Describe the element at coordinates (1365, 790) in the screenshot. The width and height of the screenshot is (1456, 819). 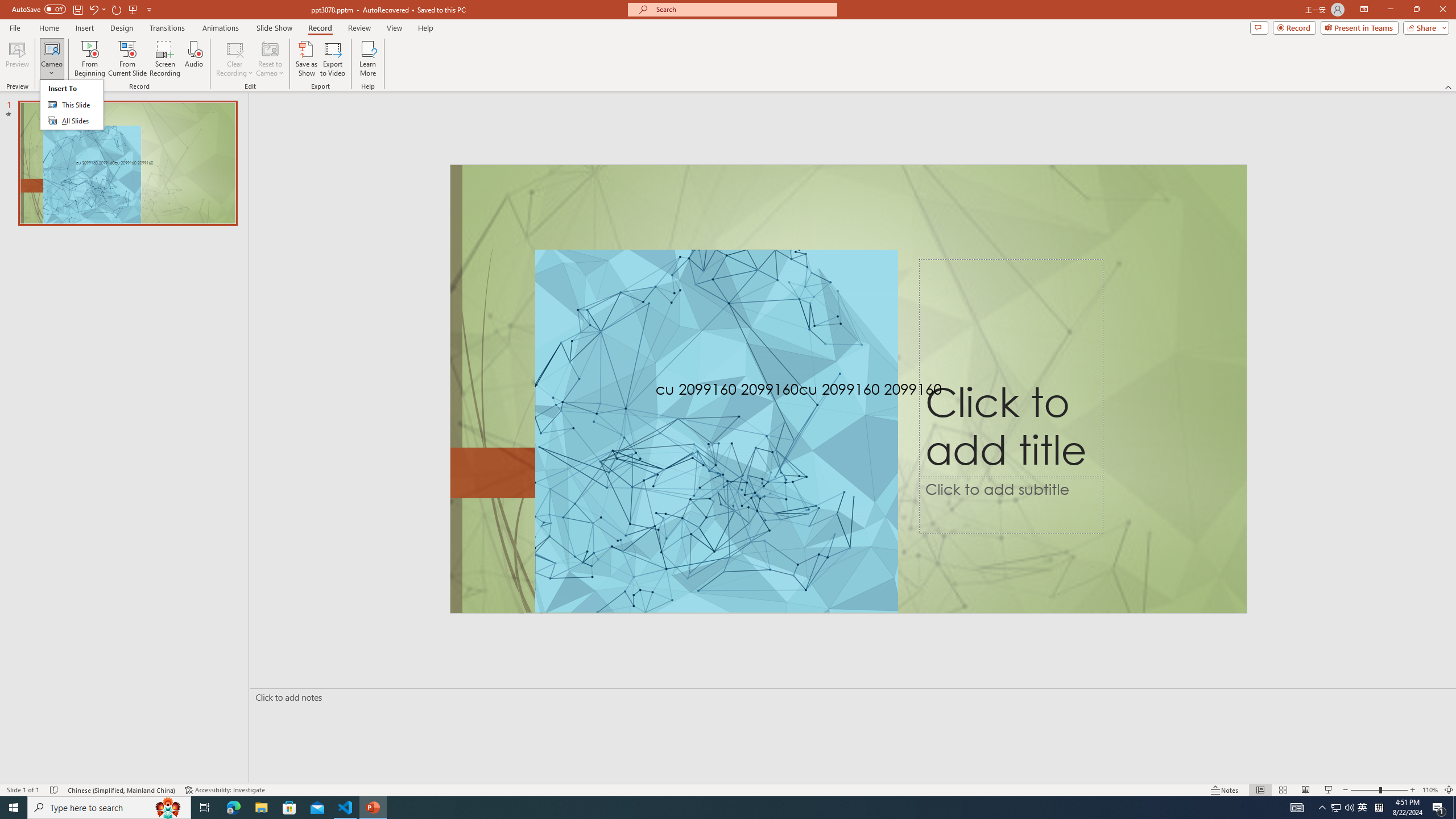
I see `'Zoom Out'` at that location.